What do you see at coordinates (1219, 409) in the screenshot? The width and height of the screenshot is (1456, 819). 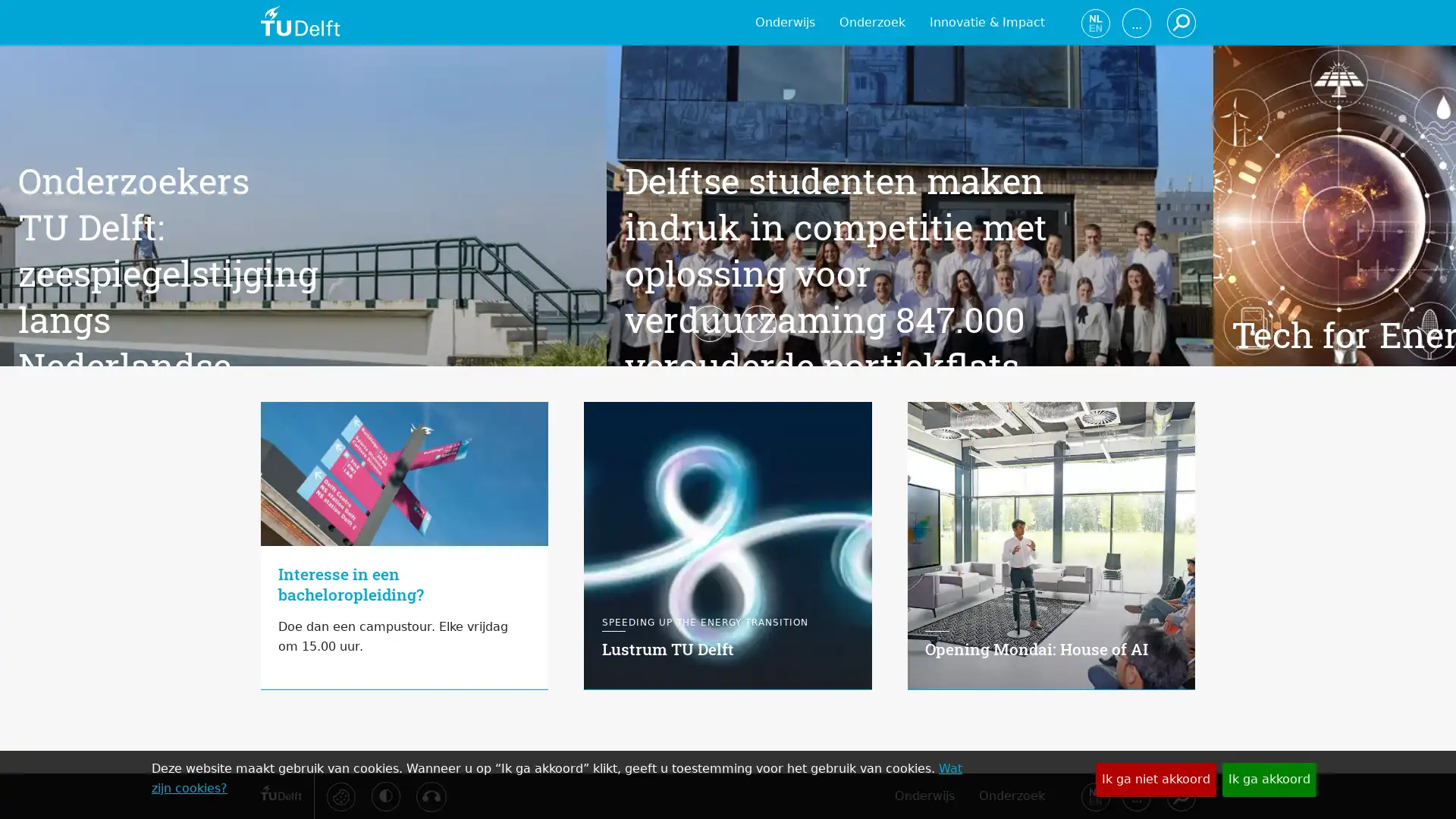 I see `Ga naar volgend item` at bounding box center [1219, 409].